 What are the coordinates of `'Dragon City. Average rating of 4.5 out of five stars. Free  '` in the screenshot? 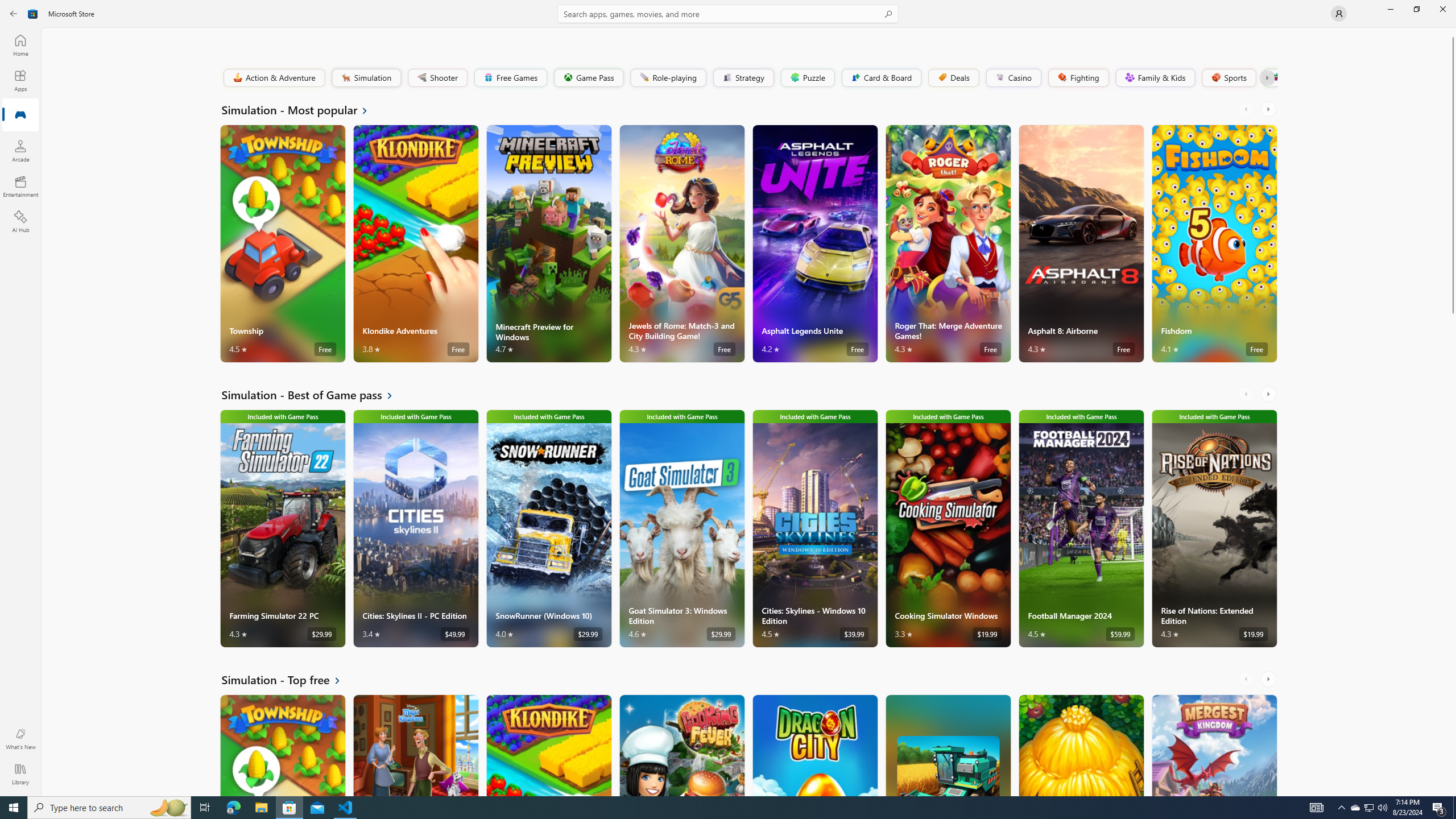 It's located at (814, 744).